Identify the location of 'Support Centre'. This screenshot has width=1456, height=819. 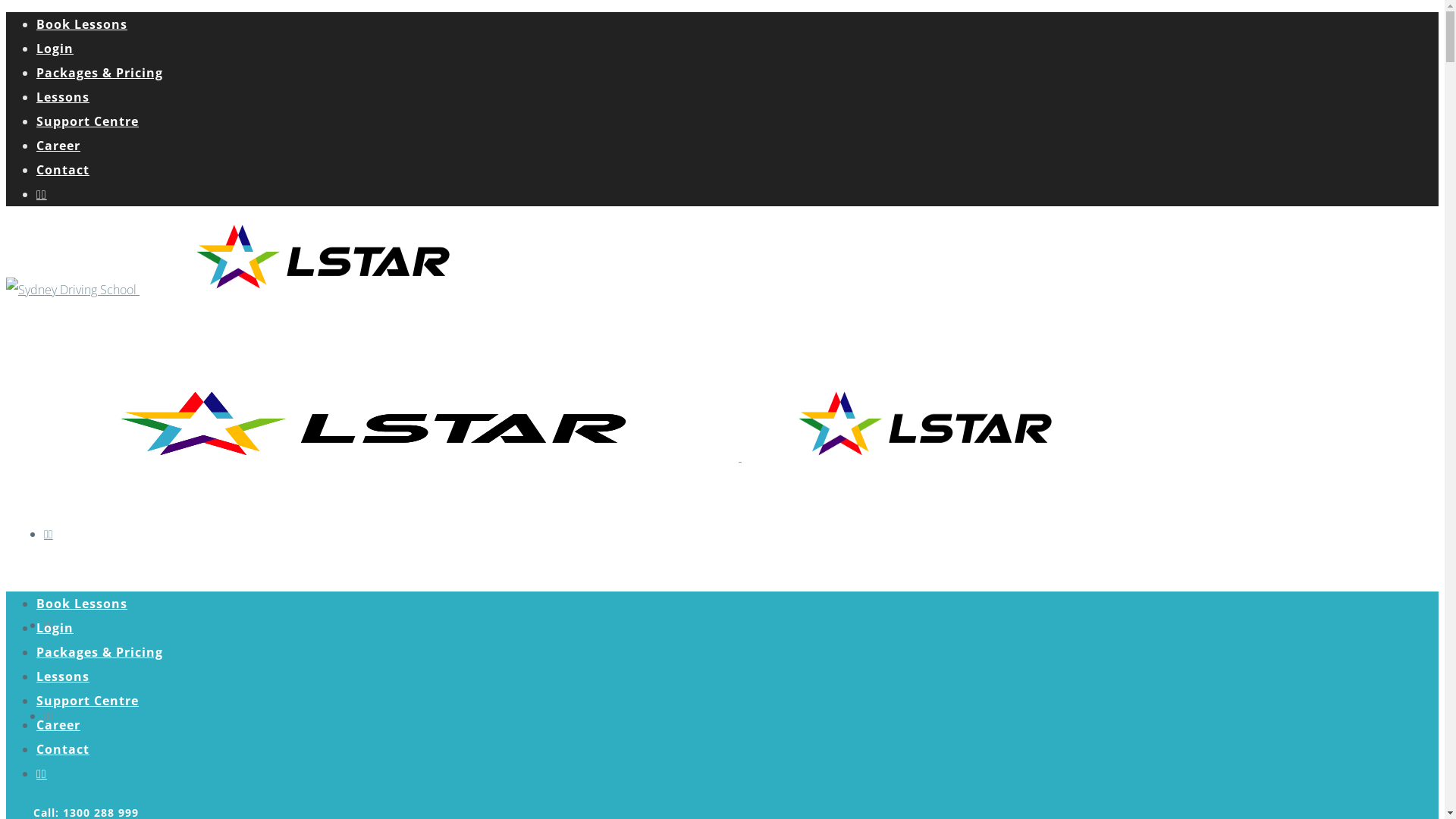
(86, 701).